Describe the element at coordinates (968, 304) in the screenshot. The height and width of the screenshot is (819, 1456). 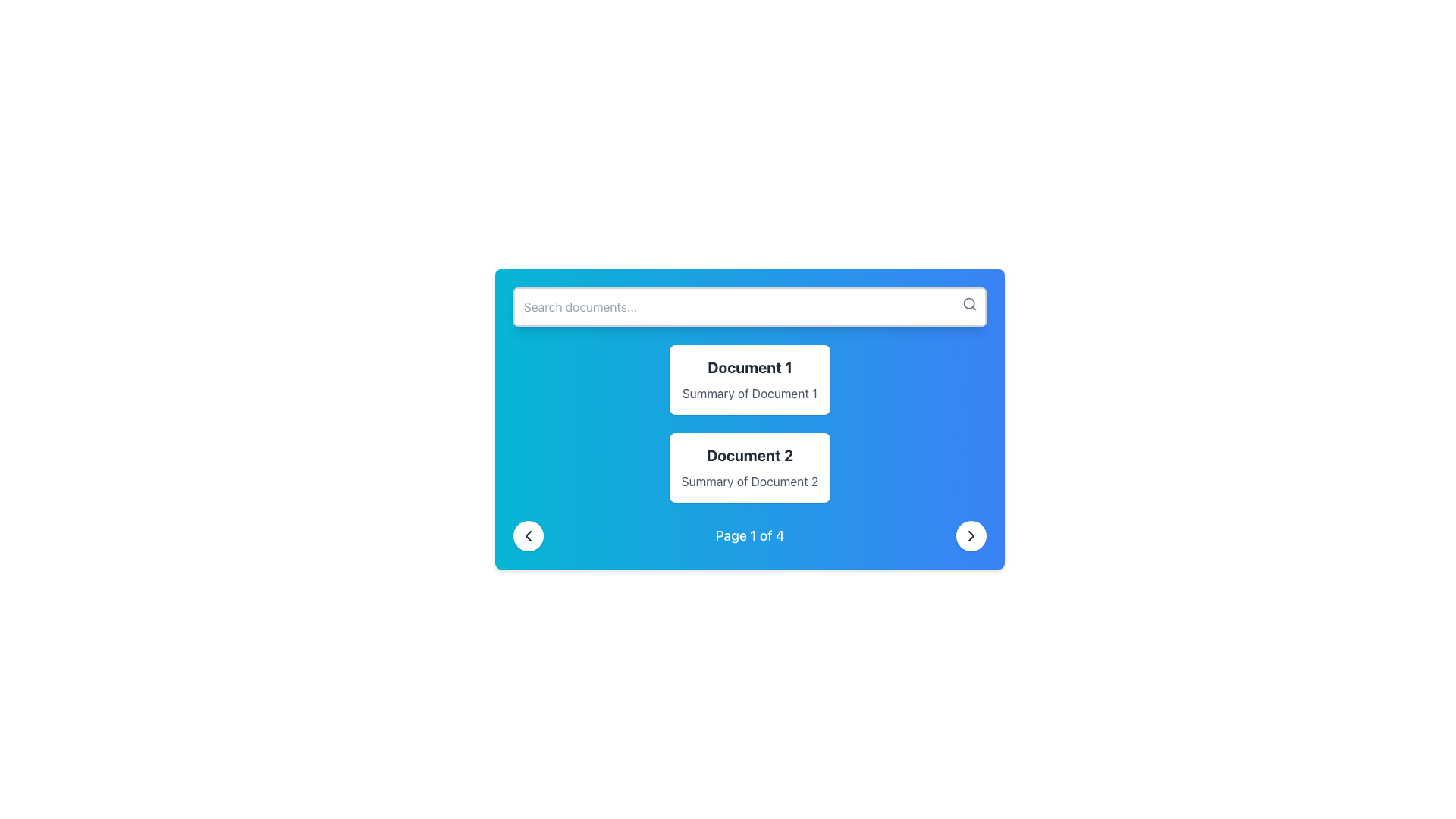
I see `the magnifying glass icon located at the top-right corner of the 'Search documents...' input field` at that location.